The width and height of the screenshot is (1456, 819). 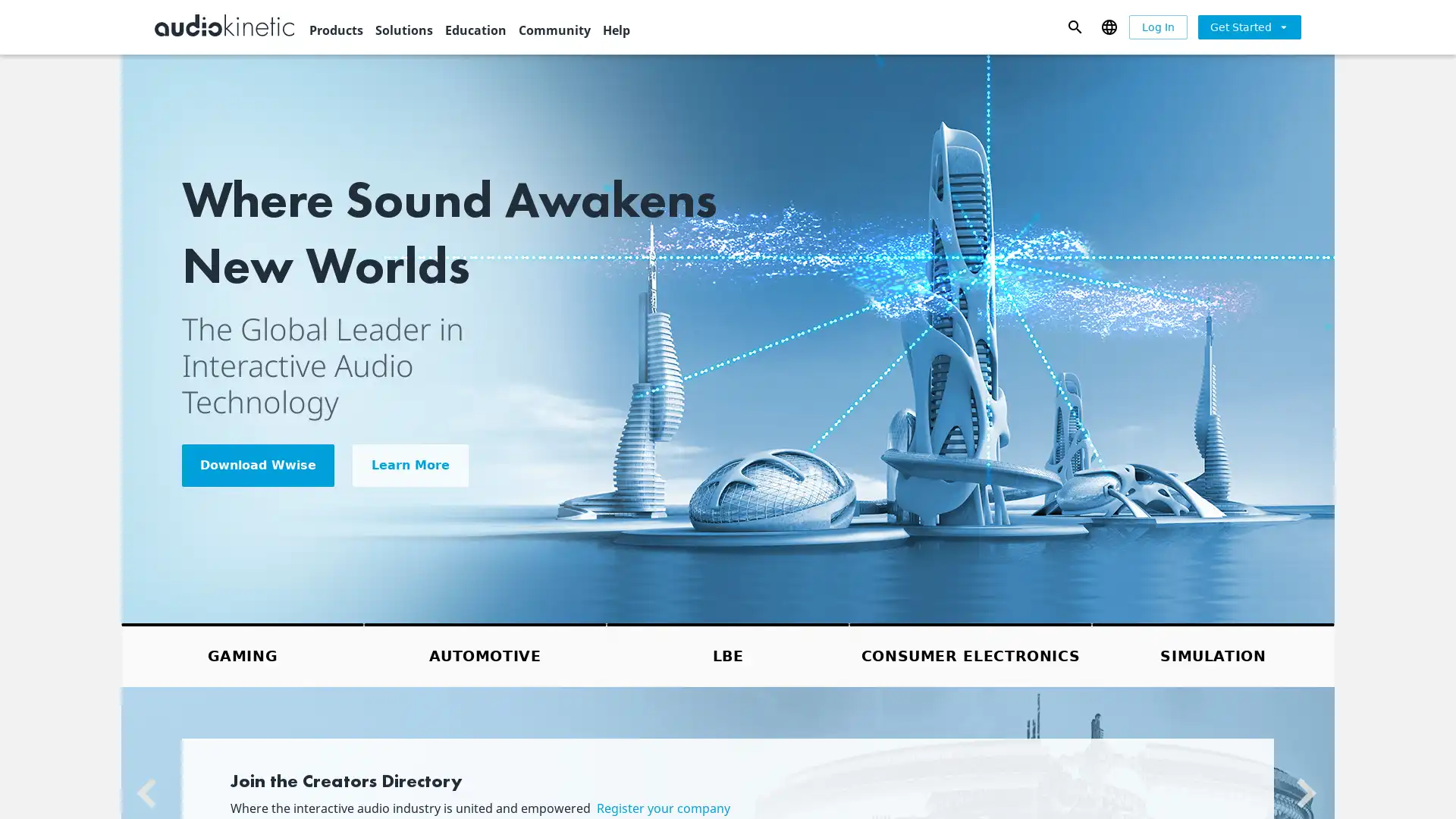 I want to click on LBE, so click(x=728, y=654).